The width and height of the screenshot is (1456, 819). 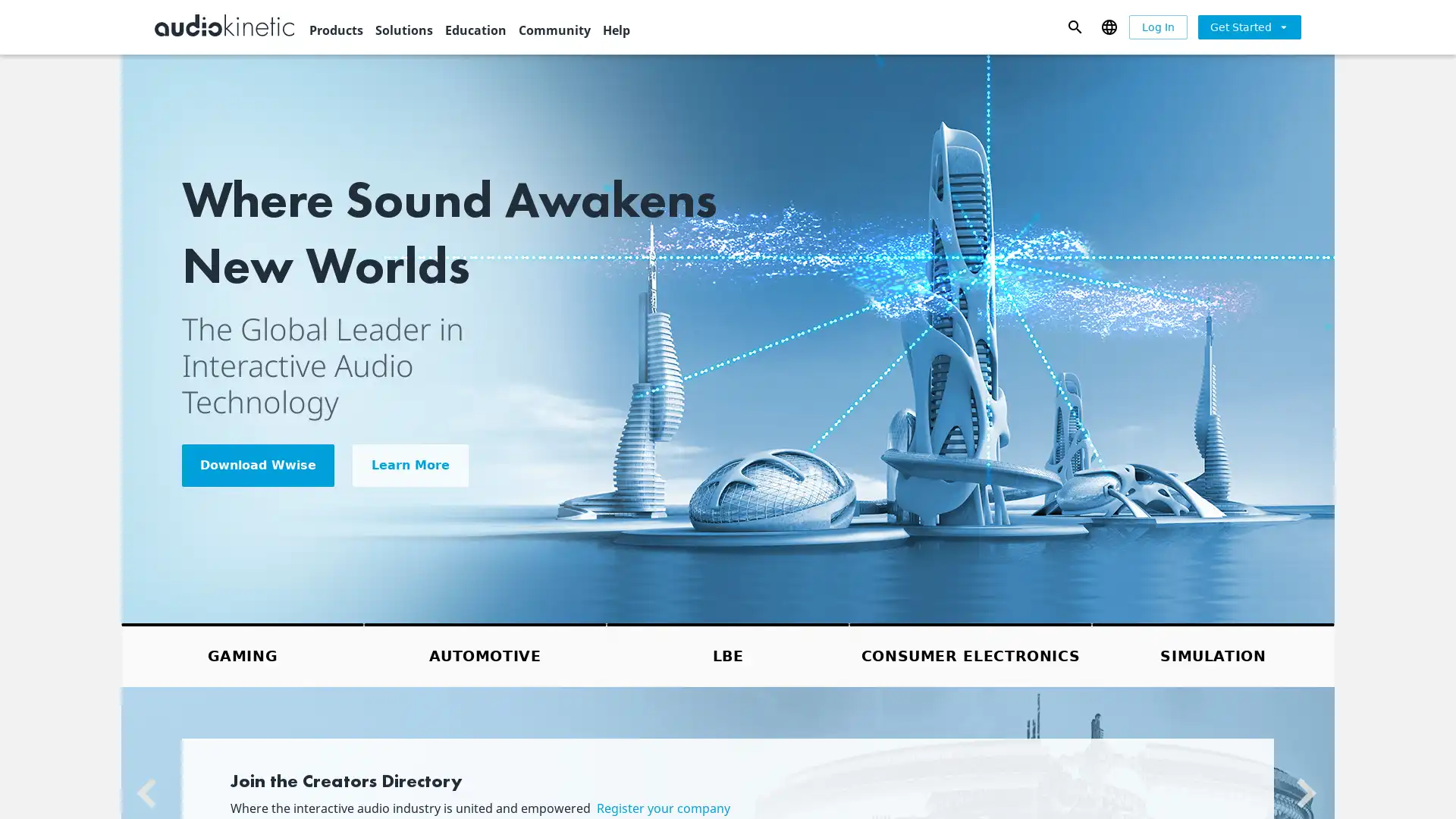 I want to click on LBE, so click(x=728, y=654).